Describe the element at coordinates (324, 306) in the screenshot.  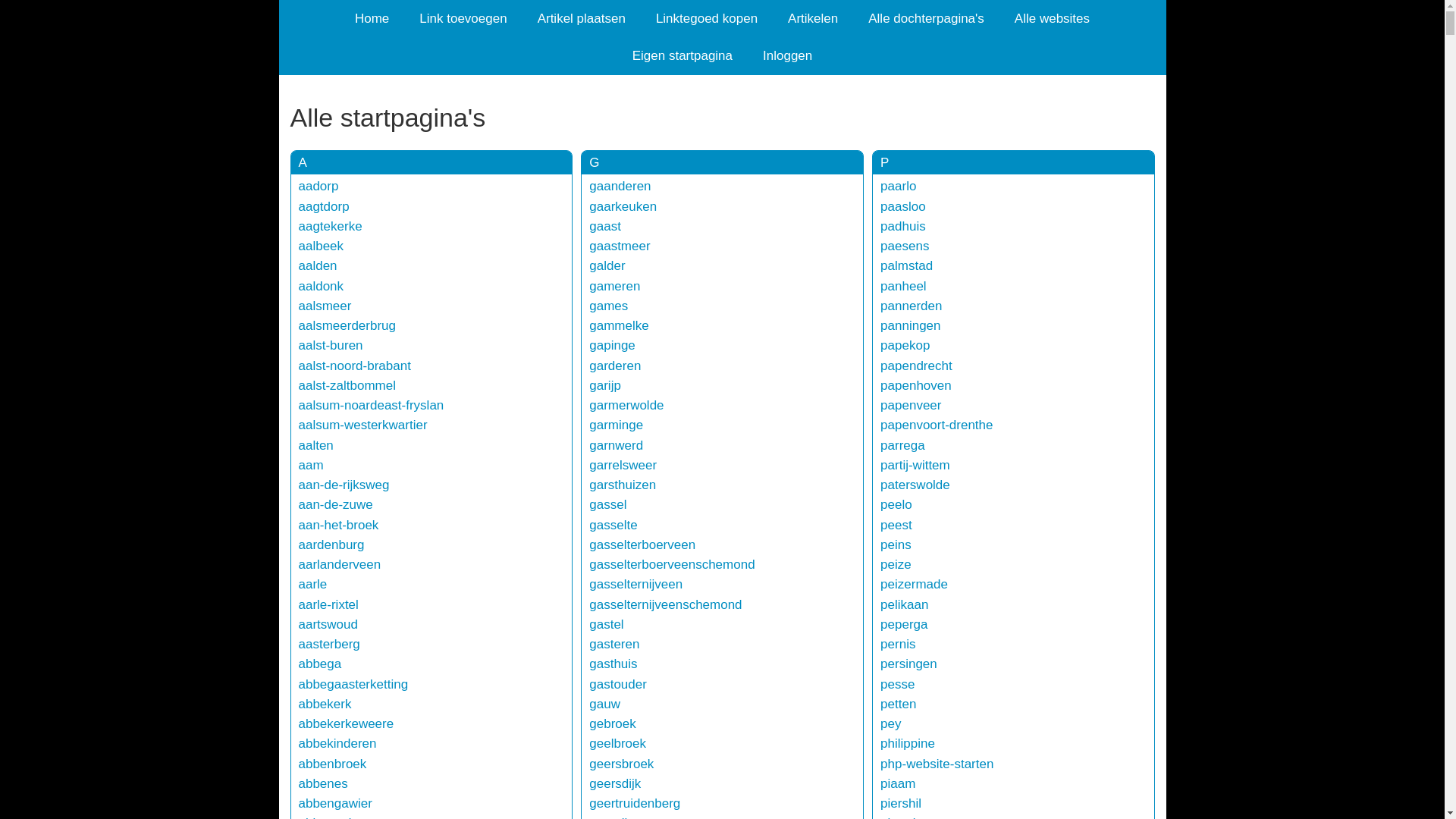
I see `'aalsmeer'` at that location.